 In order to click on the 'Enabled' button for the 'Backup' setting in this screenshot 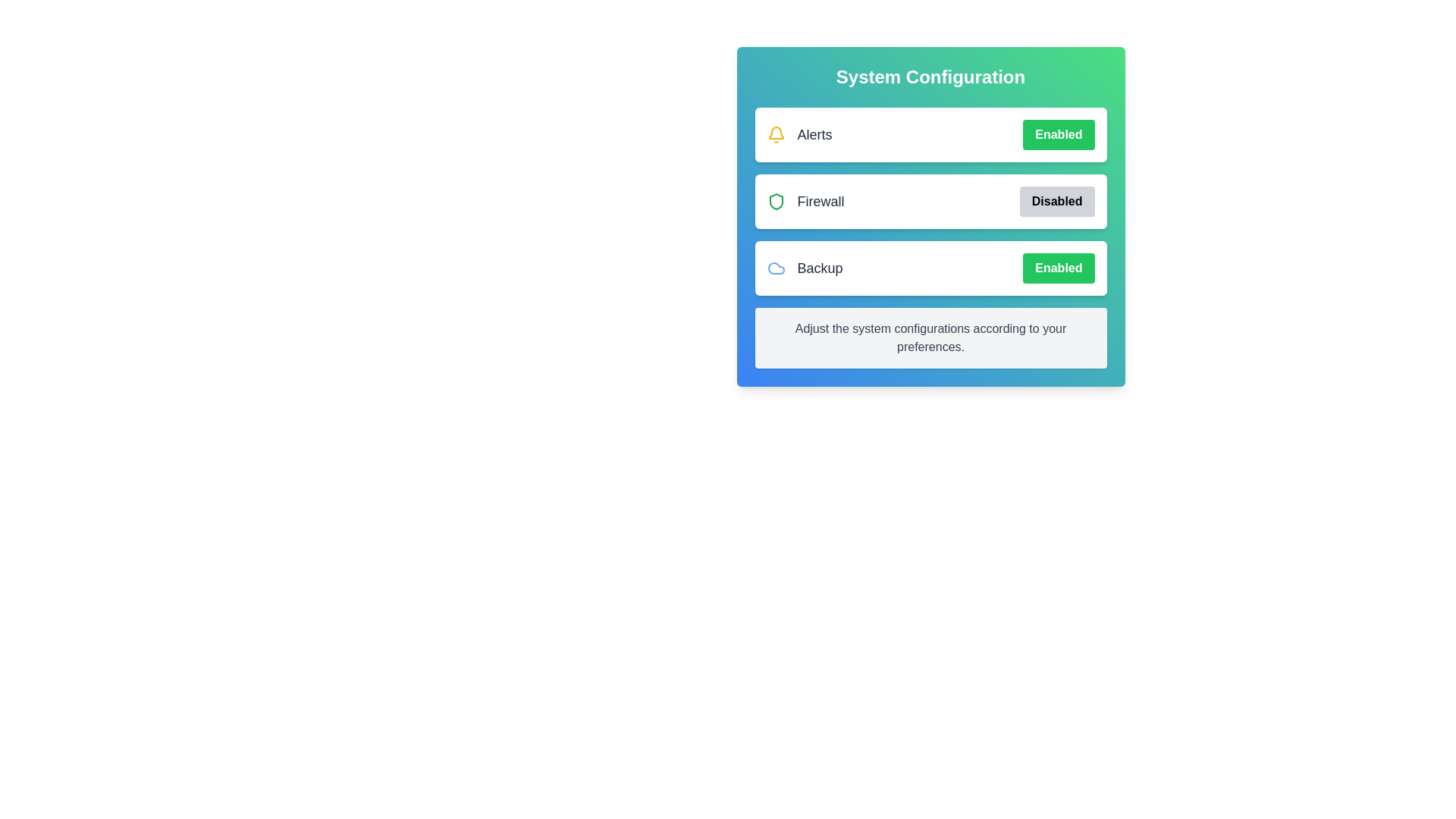, I will do `click(1058, 268)`.